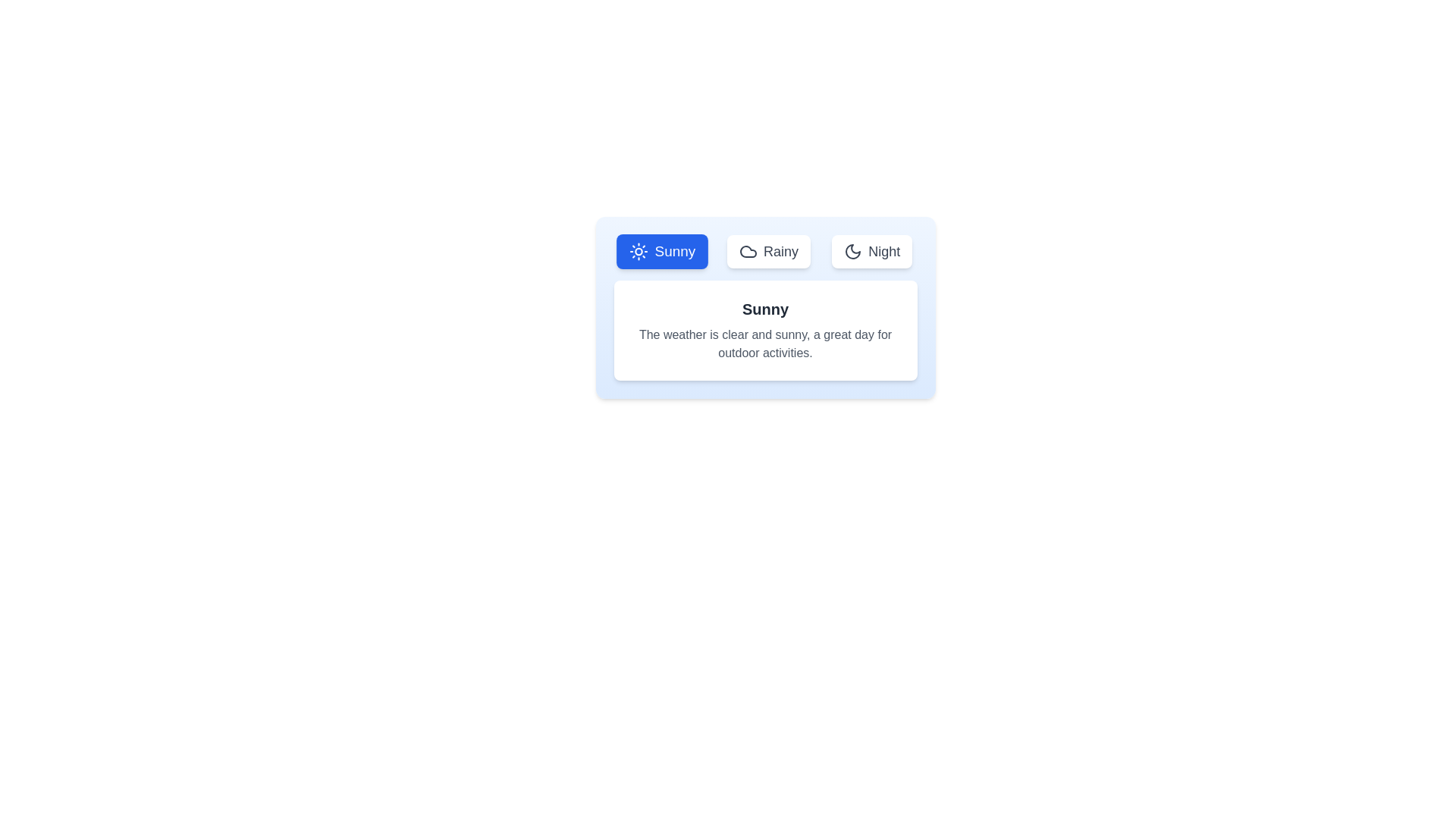  I want to click on the Night tab by clicking on its corresponding button, so click(872, 250).